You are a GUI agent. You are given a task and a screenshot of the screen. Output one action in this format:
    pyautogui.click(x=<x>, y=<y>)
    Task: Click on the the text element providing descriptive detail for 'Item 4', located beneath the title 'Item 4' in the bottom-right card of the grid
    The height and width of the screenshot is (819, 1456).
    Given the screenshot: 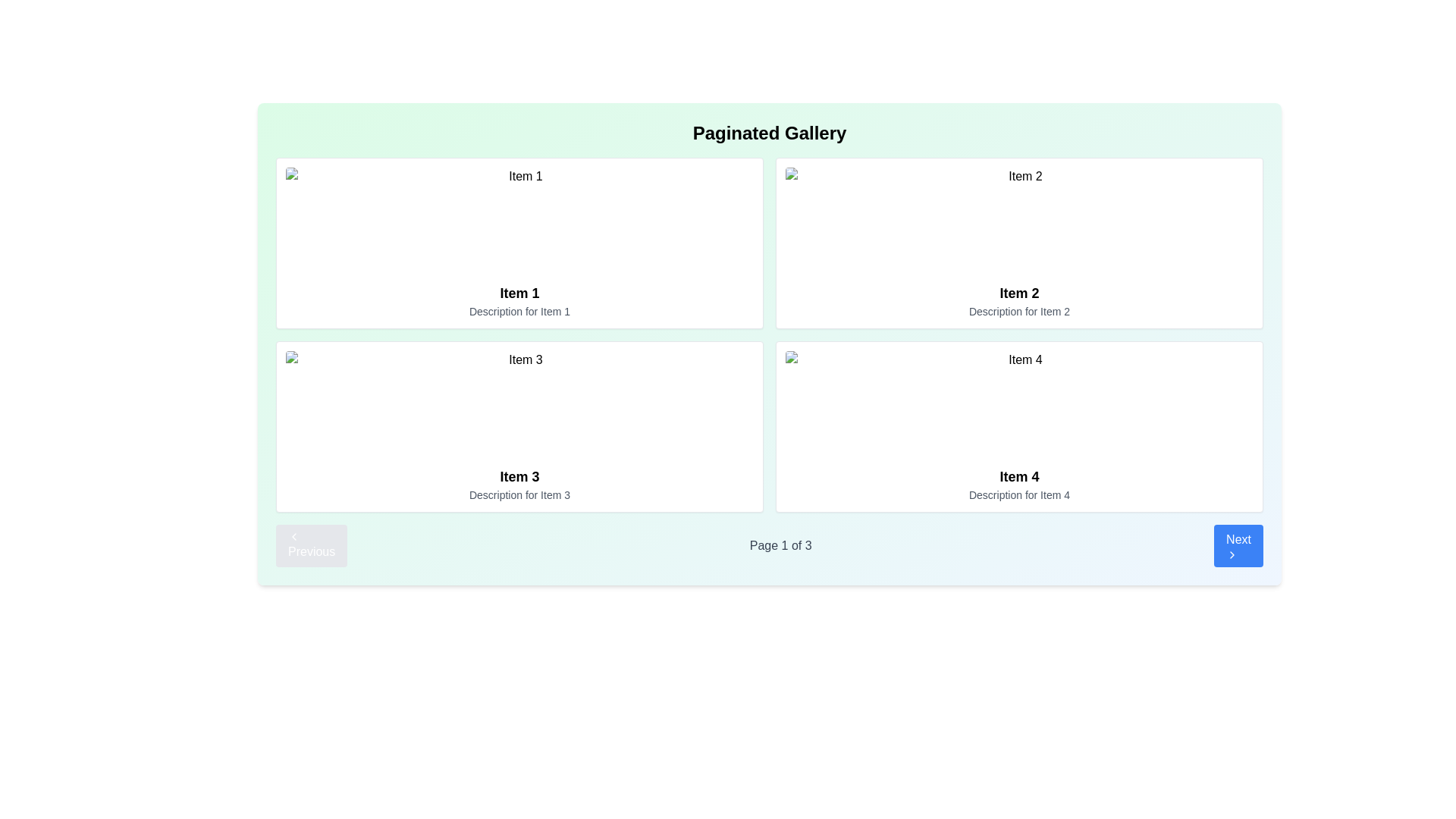 What is the action you would take?
    pyautogui.click(x=1019, y=494)
    